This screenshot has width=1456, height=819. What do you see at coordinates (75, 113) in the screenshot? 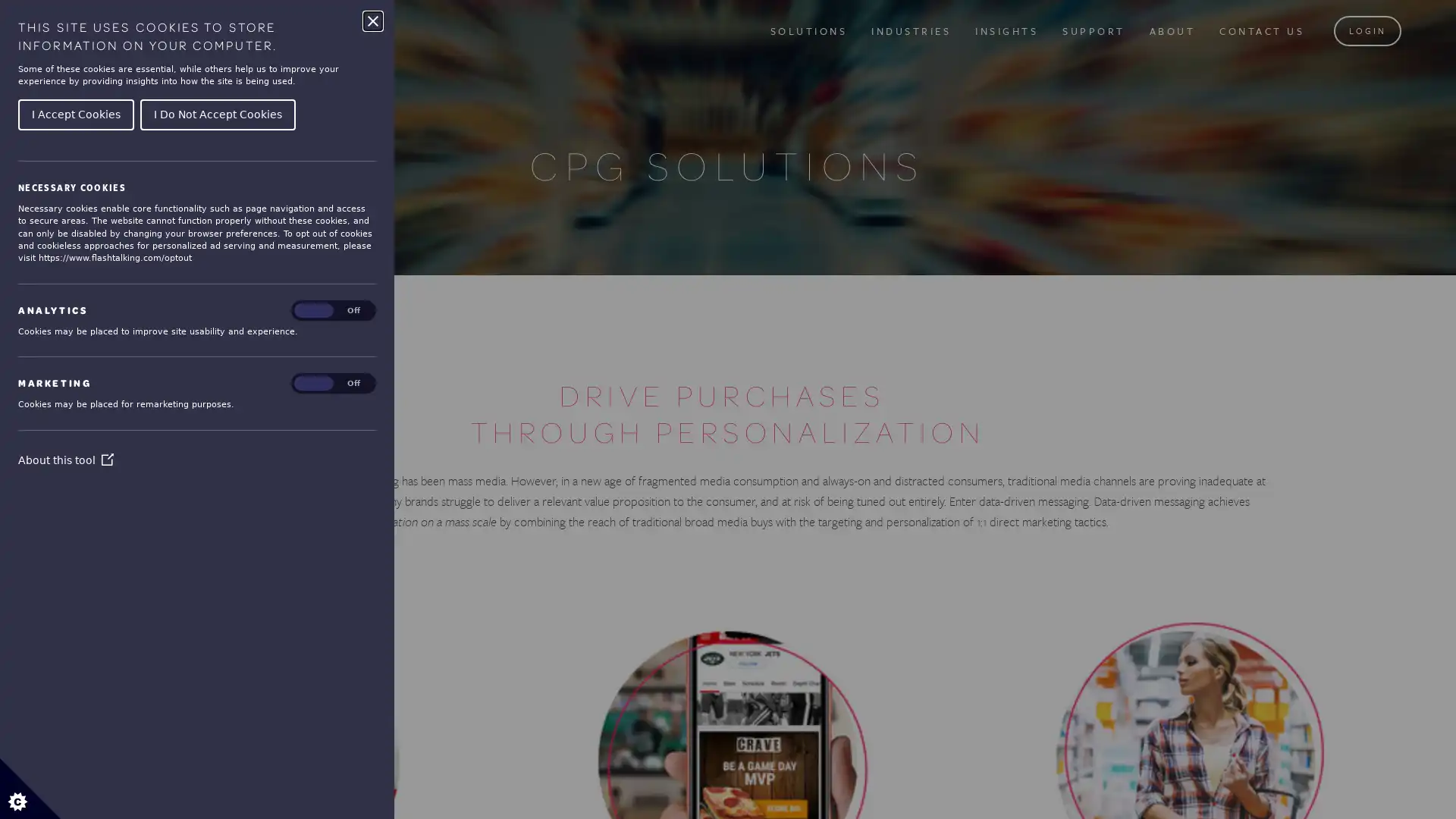
I see `I Accept Cookies` at bounding box center [75, 113].